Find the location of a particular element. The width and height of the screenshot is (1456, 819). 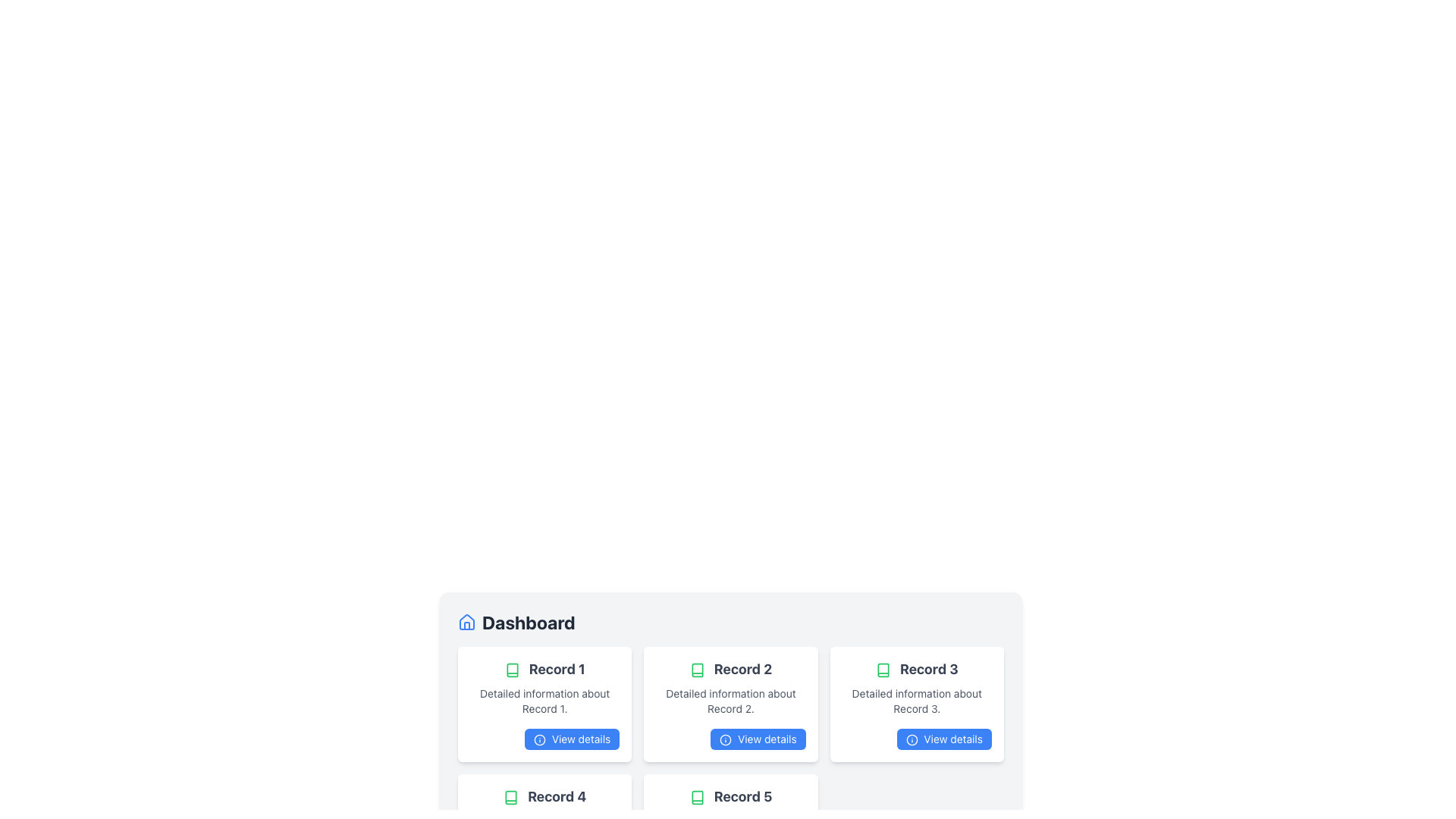

the 'View details' button for the first record labeled 'Record 1' located in the bottom part of the record card is located at coordinates (571, 739).